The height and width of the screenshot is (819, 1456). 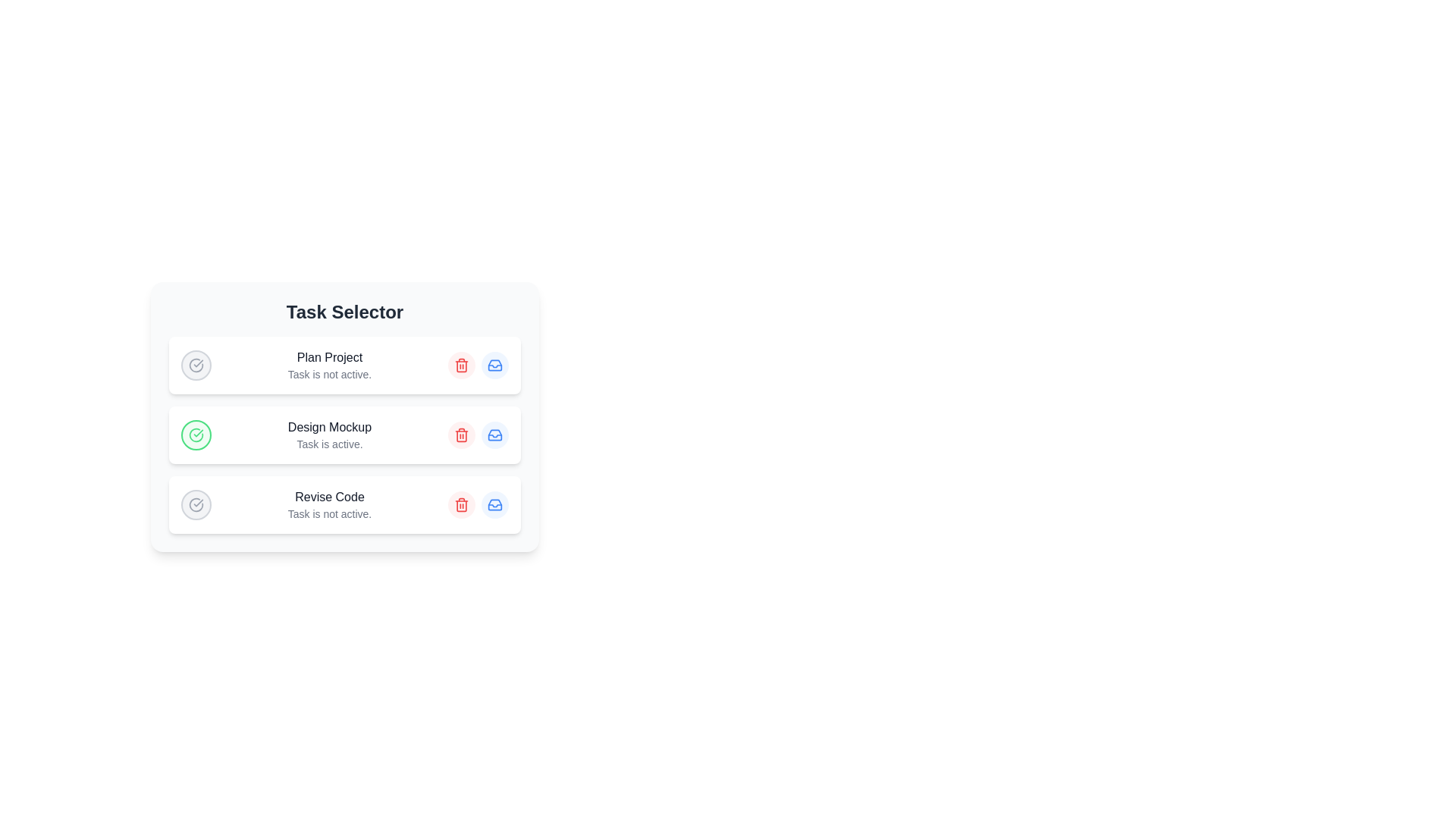 What do you see at coordinates (196, 435) in the screenshot?
I see `the green circular Status Indicator Icon with a checkmark, located to the left of the 'Design Mockup' label in the task list, to interact with it` at bounding box center [196, 435].